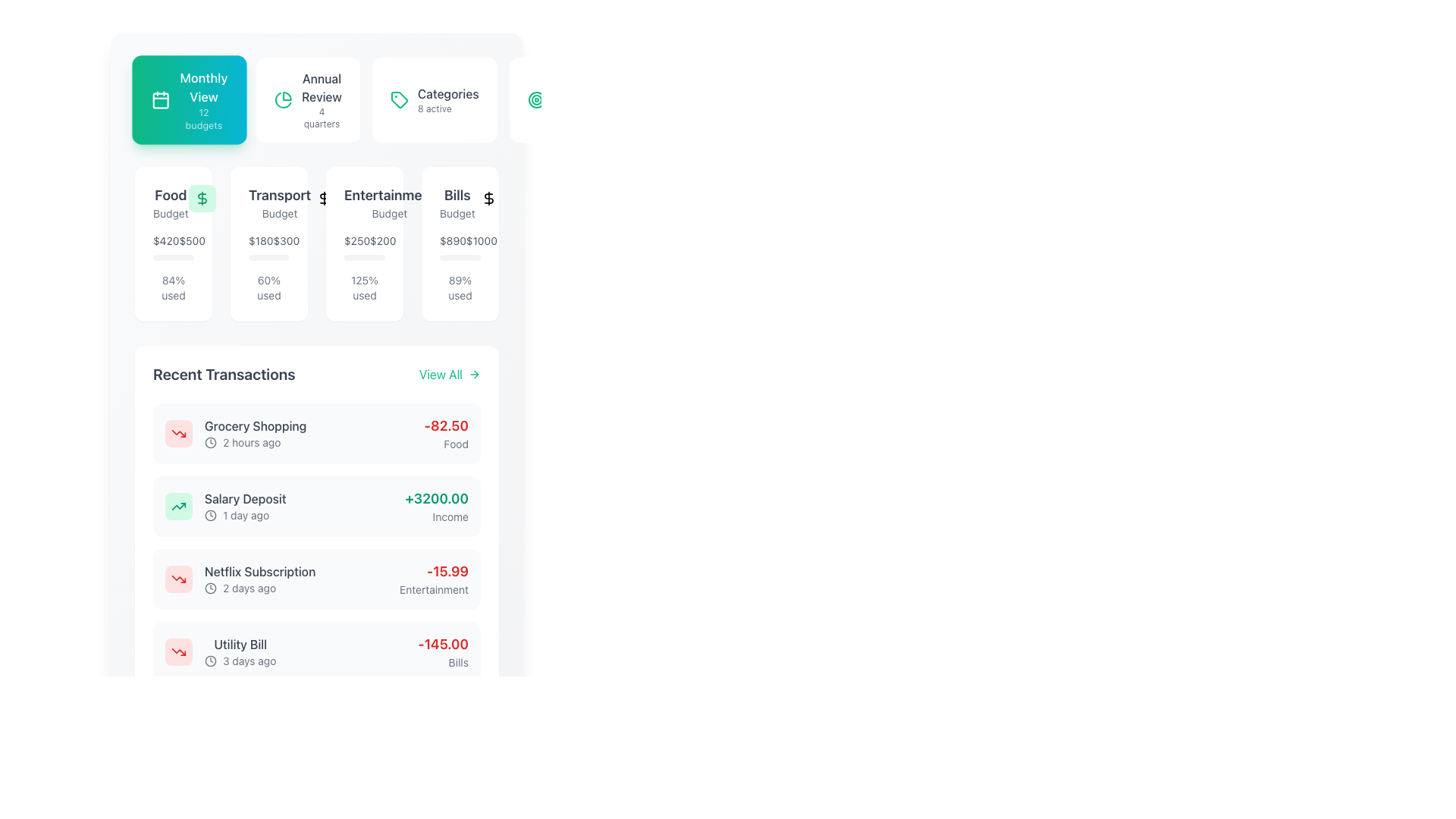 The image size is (1456, 819). What do you see at coordinates (287, 96) in the screenshot?
I see `the top-right curved segment of the pie chart icon, which is visually represented as a modern, minimalistic curved graphical segment` at bounding box center [287, 96].